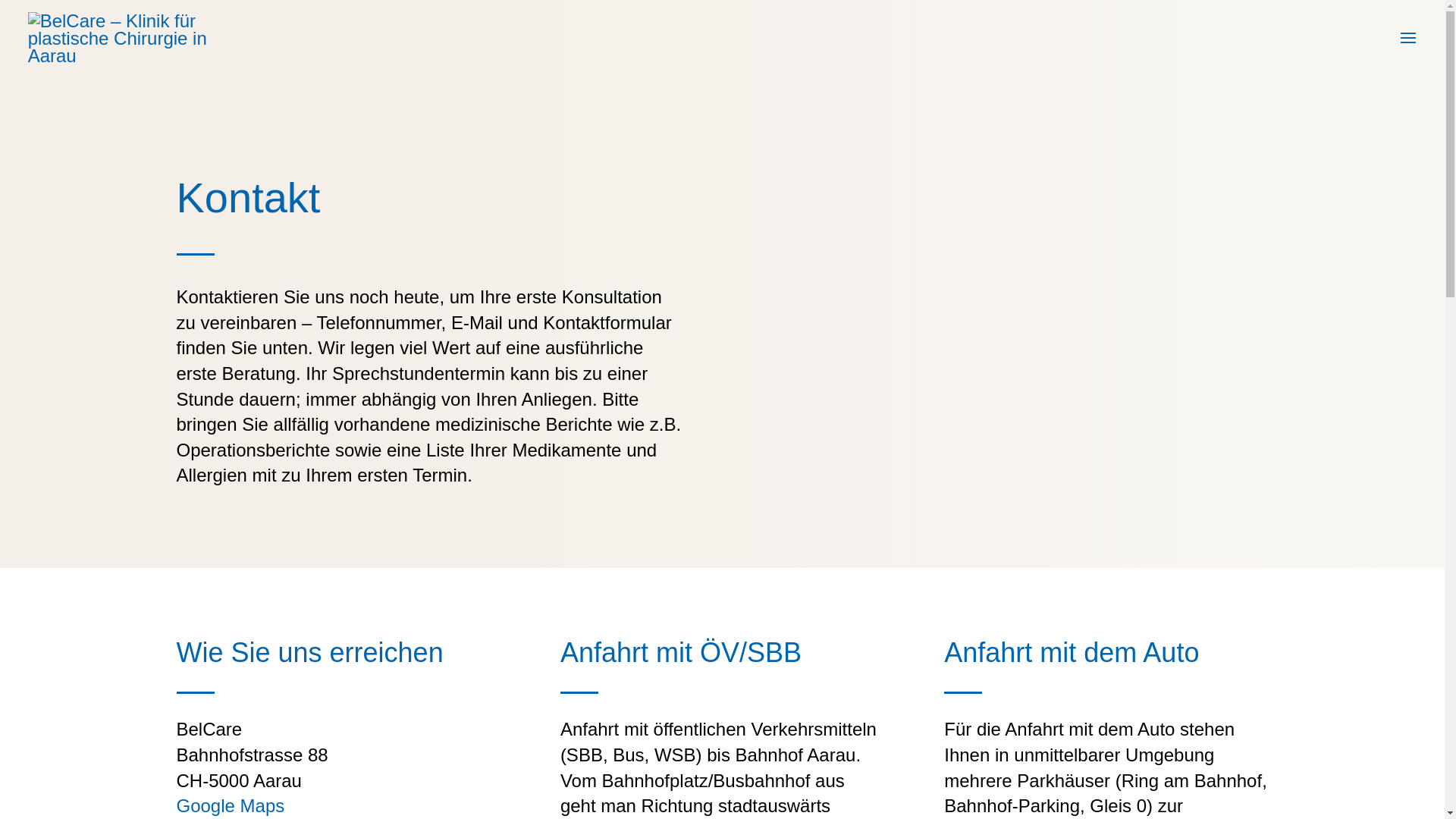  I want to click on 'Google Maps', so click(229, 805).